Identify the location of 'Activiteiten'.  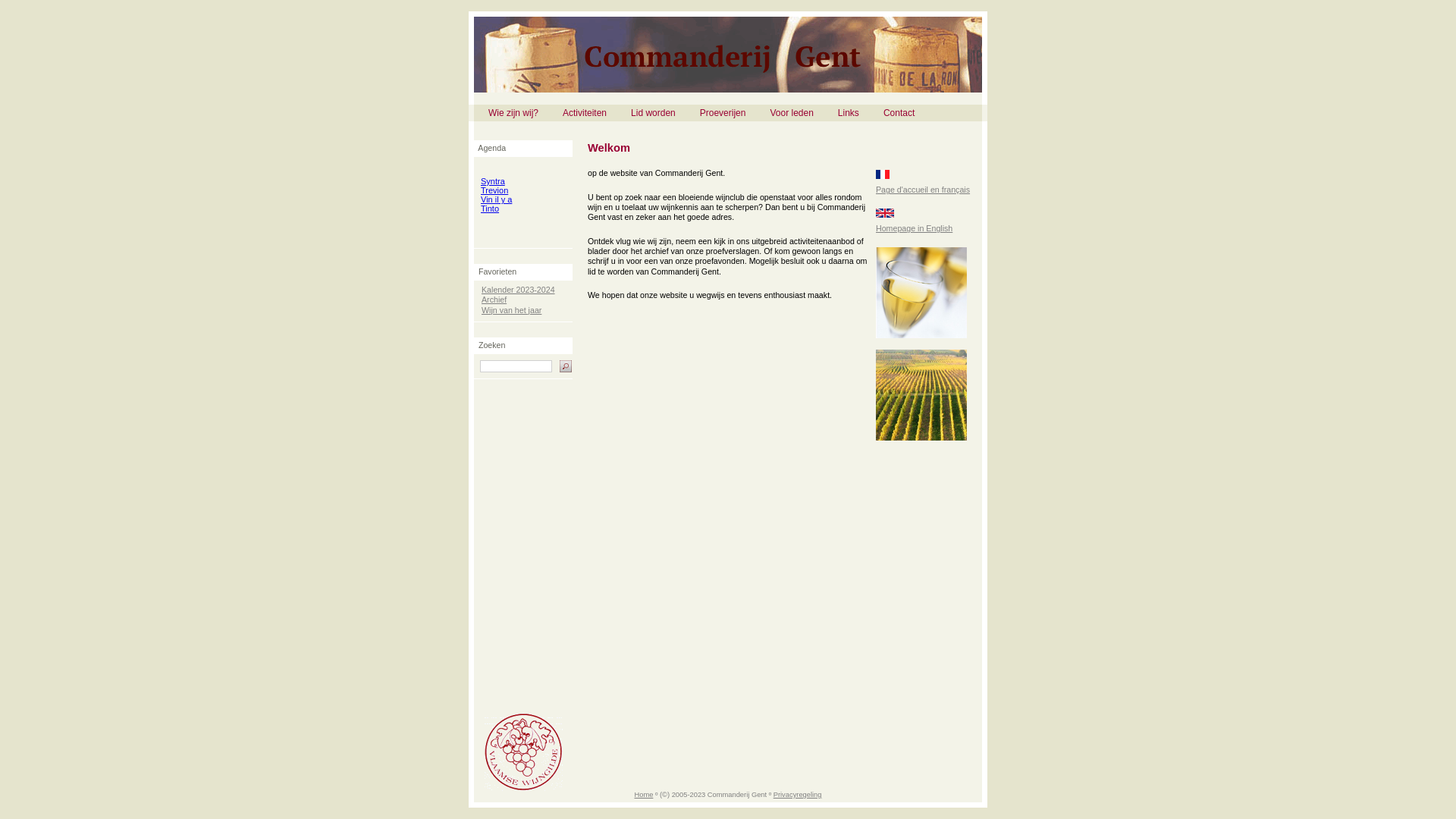
(550, 112).